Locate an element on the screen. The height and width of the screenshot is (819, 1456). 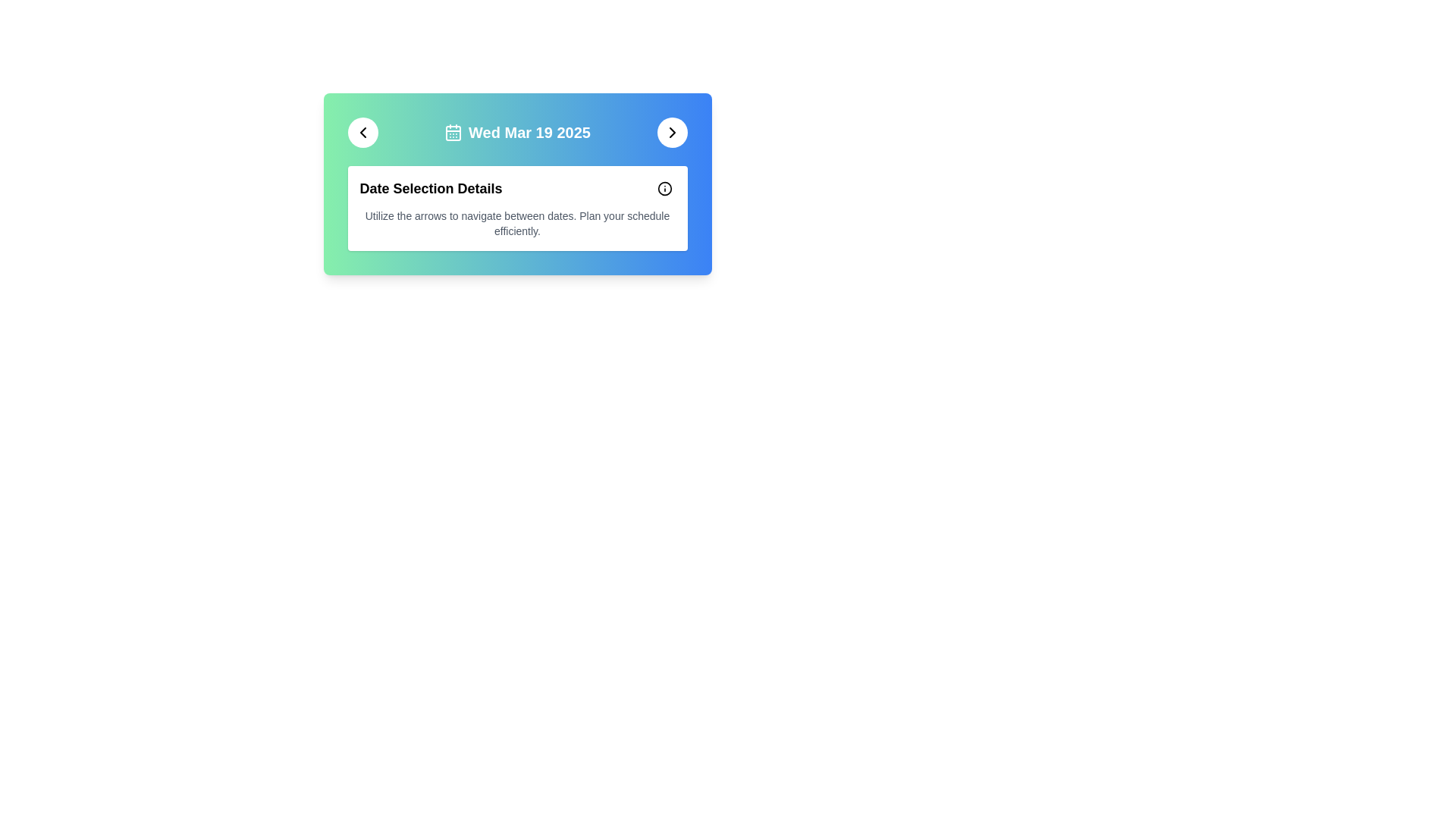
the navigation button with a rightward-pointing chevron icon, located at the far right of the layout, to change its visual state is located at coordinates (671, 131).